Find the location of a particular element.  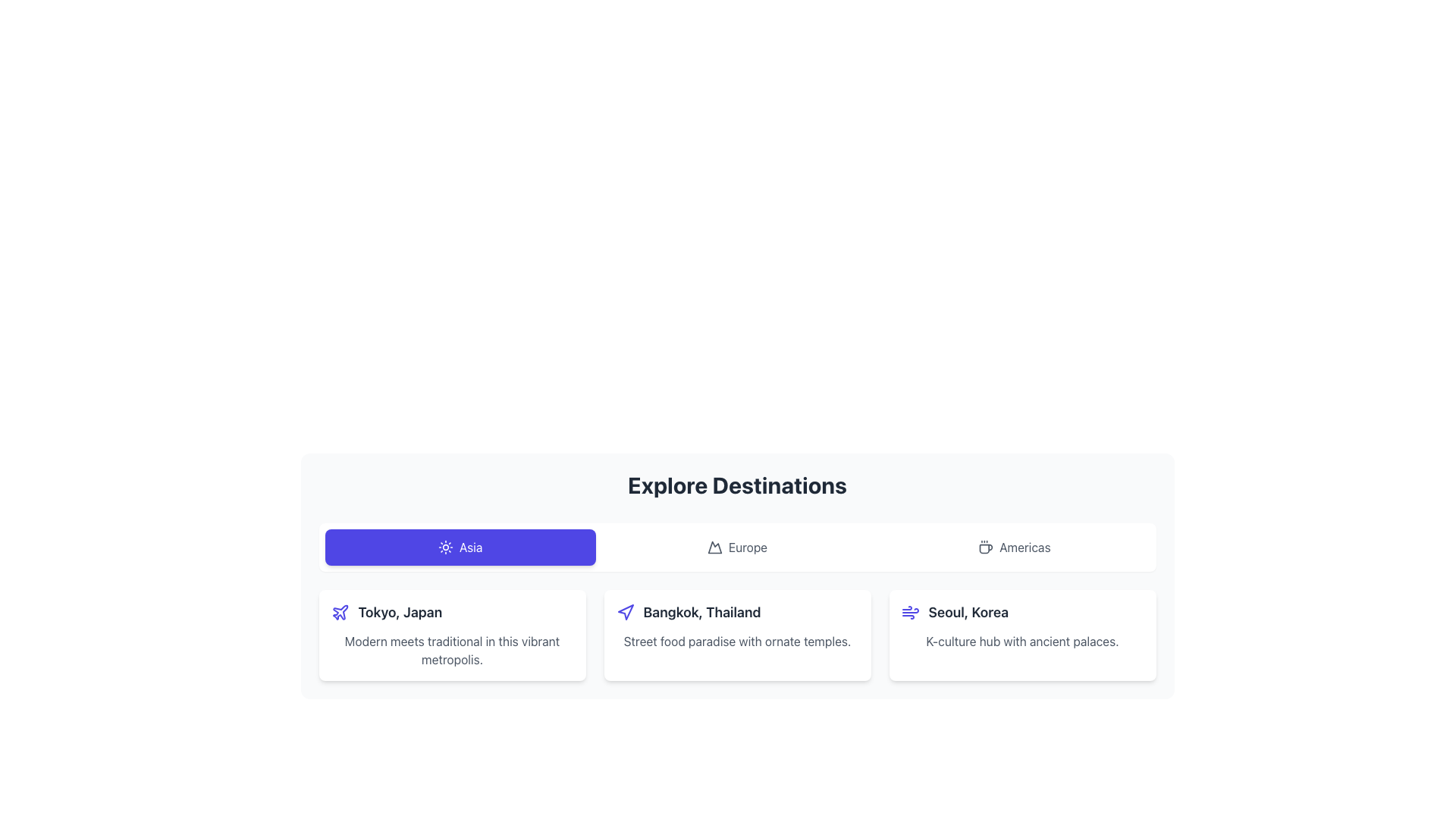

the 'Europe' button in the row of buttons labeled 'Asia', 'Europe', and 'Americas' is located at coordinates (737, 547).